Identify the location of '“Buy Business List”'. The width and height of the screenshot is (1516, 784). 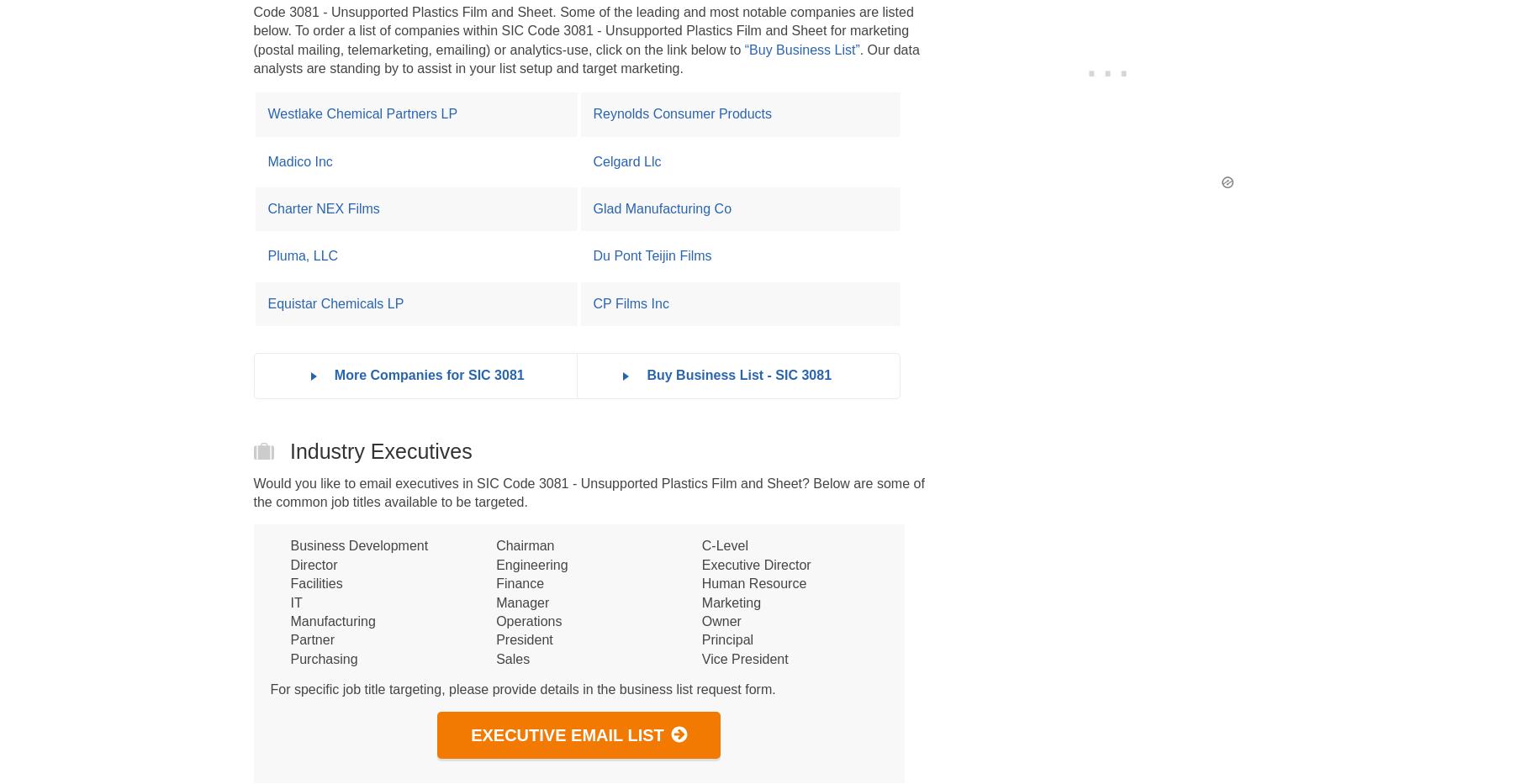
(801, 49).